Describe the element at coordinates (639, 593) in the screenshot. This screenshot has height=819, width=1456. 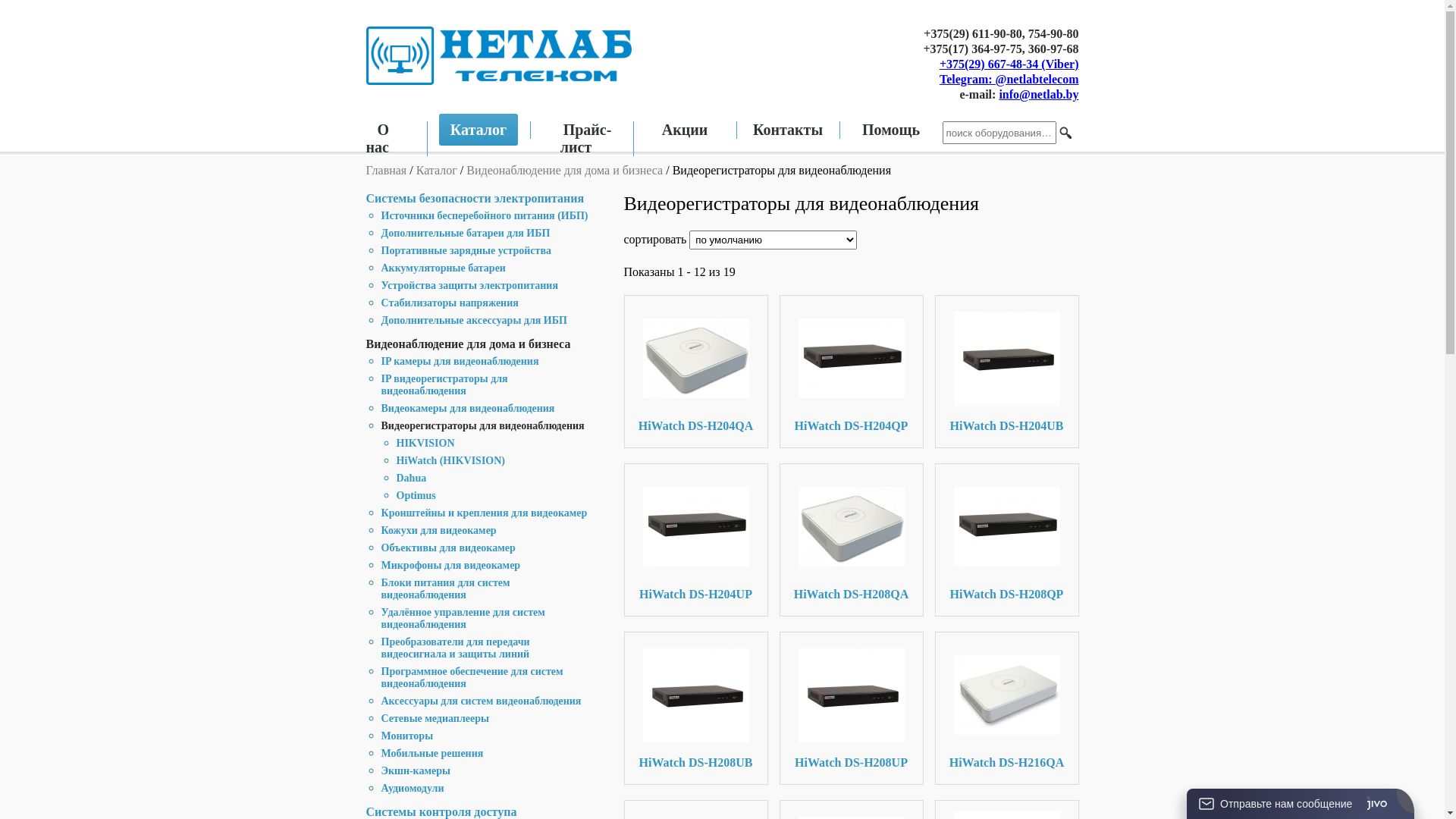
I see `'HiWatch DS-H204UP'` at that location.